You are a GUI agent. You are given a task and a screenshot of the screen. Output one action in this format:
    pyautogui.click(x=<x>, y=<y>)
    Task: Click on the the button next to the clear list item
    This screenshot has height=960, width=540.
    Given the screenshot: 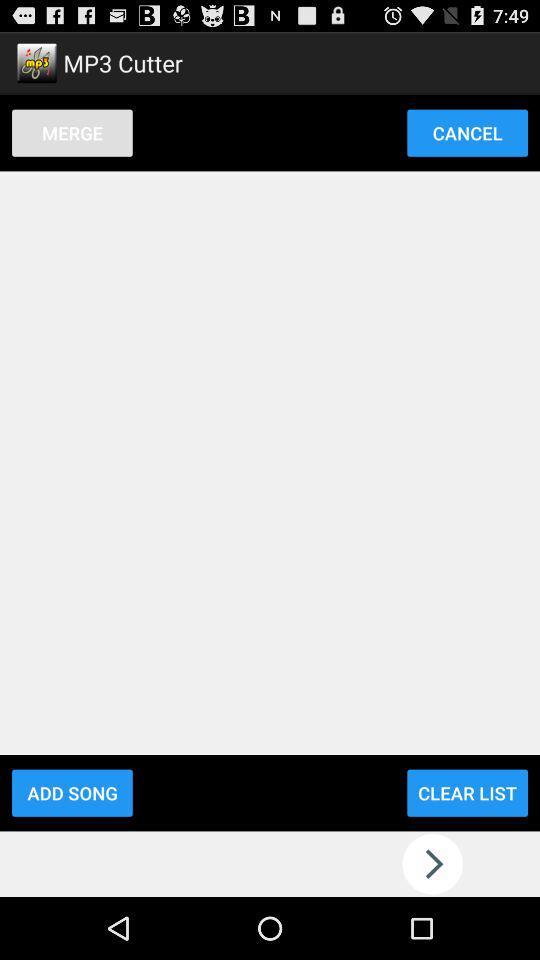 What is the action you would take?
    pyautogui.click(x=71, y=793)
    